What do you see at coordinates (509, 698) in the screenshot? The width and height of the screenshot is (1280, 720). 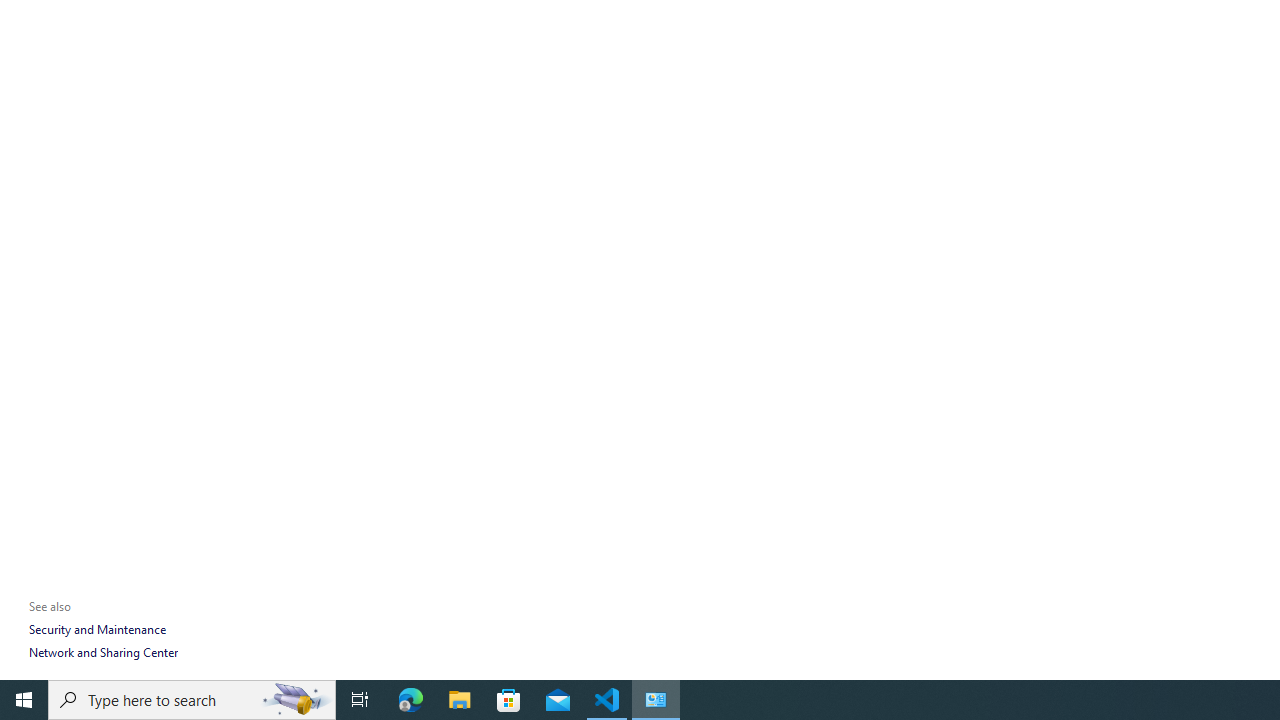 I see `'Microsoft Store'` at bounding box center [509, 698].